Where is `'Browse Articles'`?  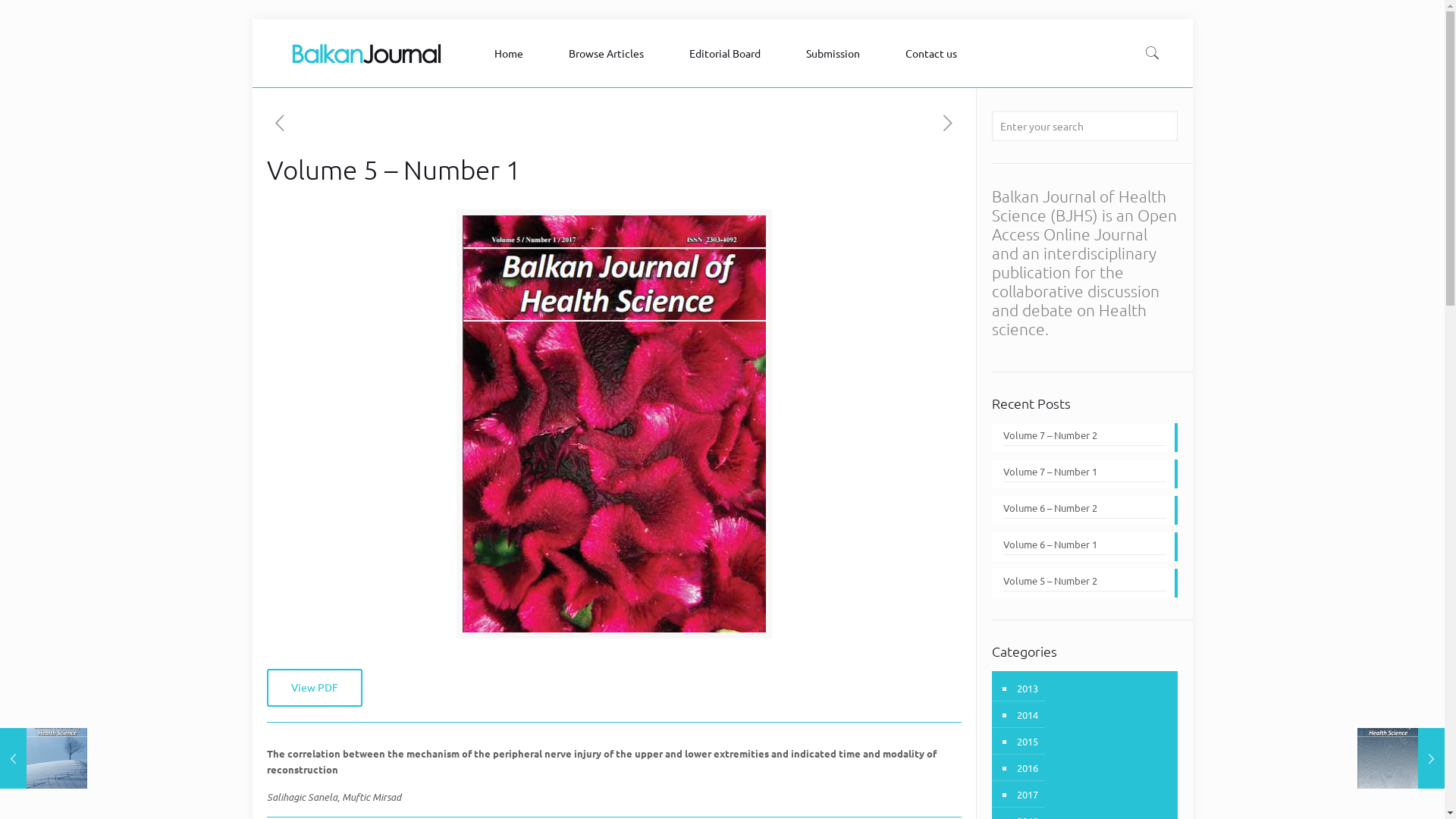
'Browse Articles' is located at coordinates (610, 52).